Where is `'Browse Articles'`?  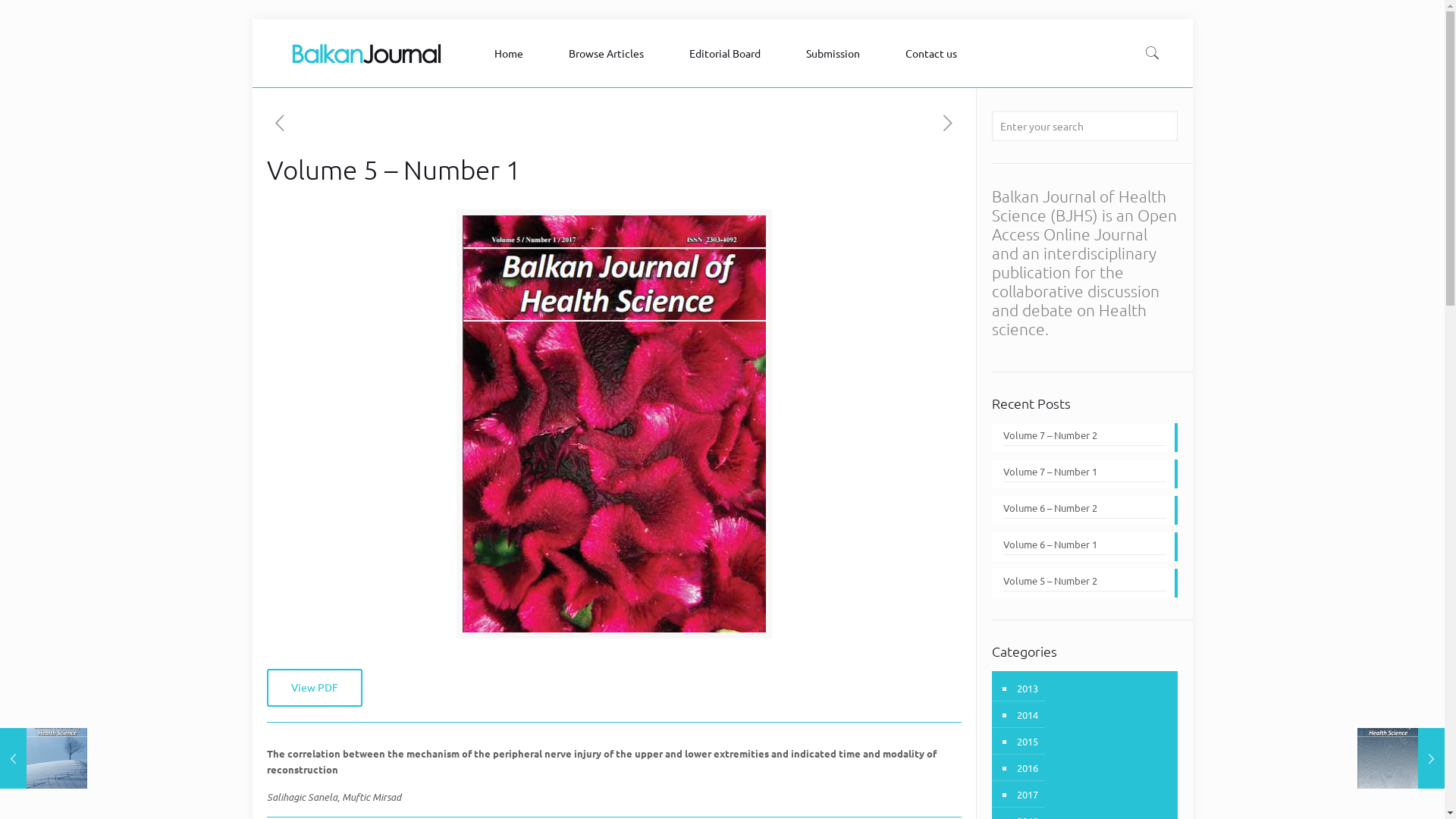
'Browse Articles' is located at coordinates (610, 52).